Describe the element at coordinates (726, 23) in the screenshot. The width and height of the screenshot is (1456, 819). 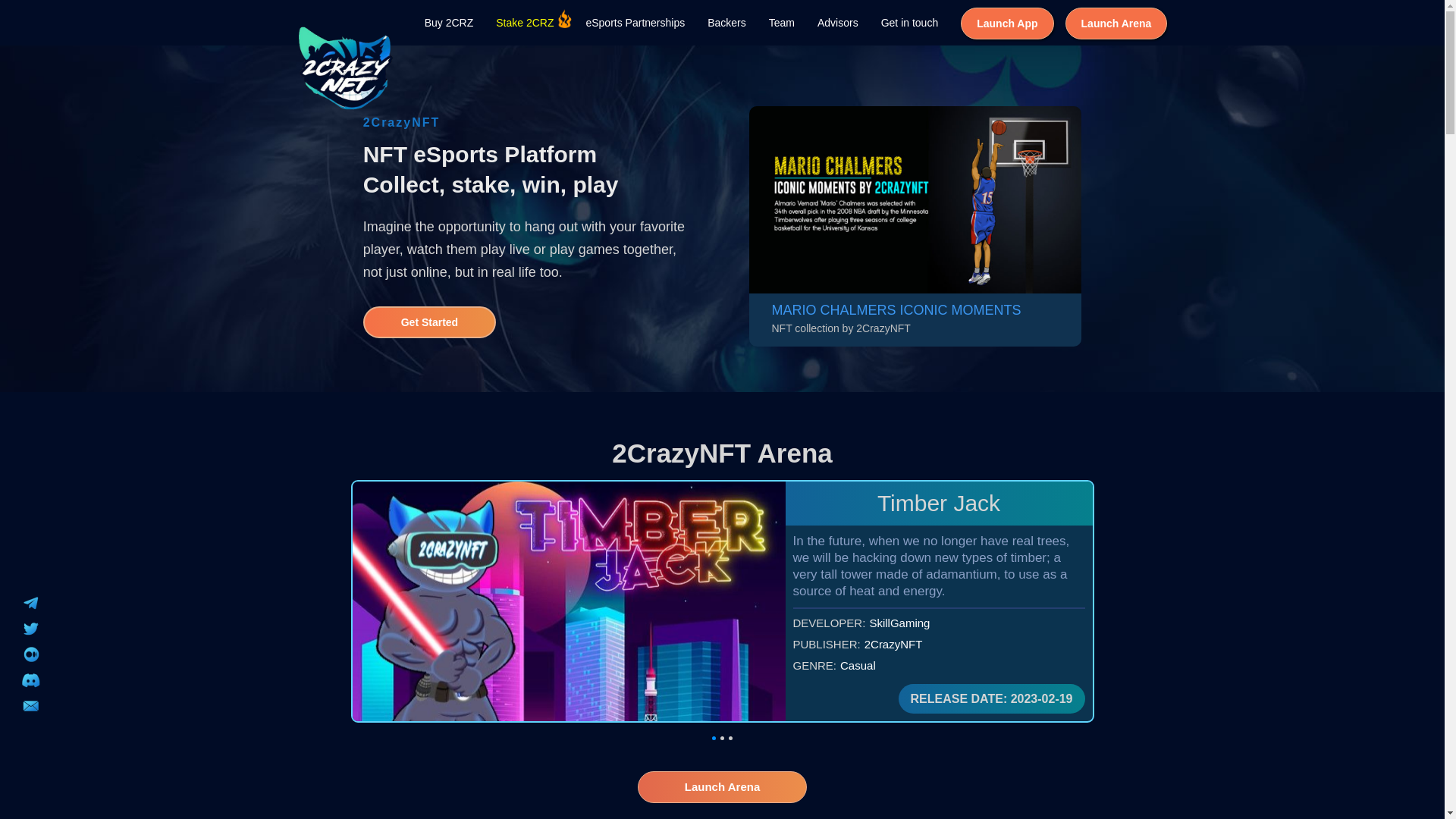
I see `'Backers'` at that location.